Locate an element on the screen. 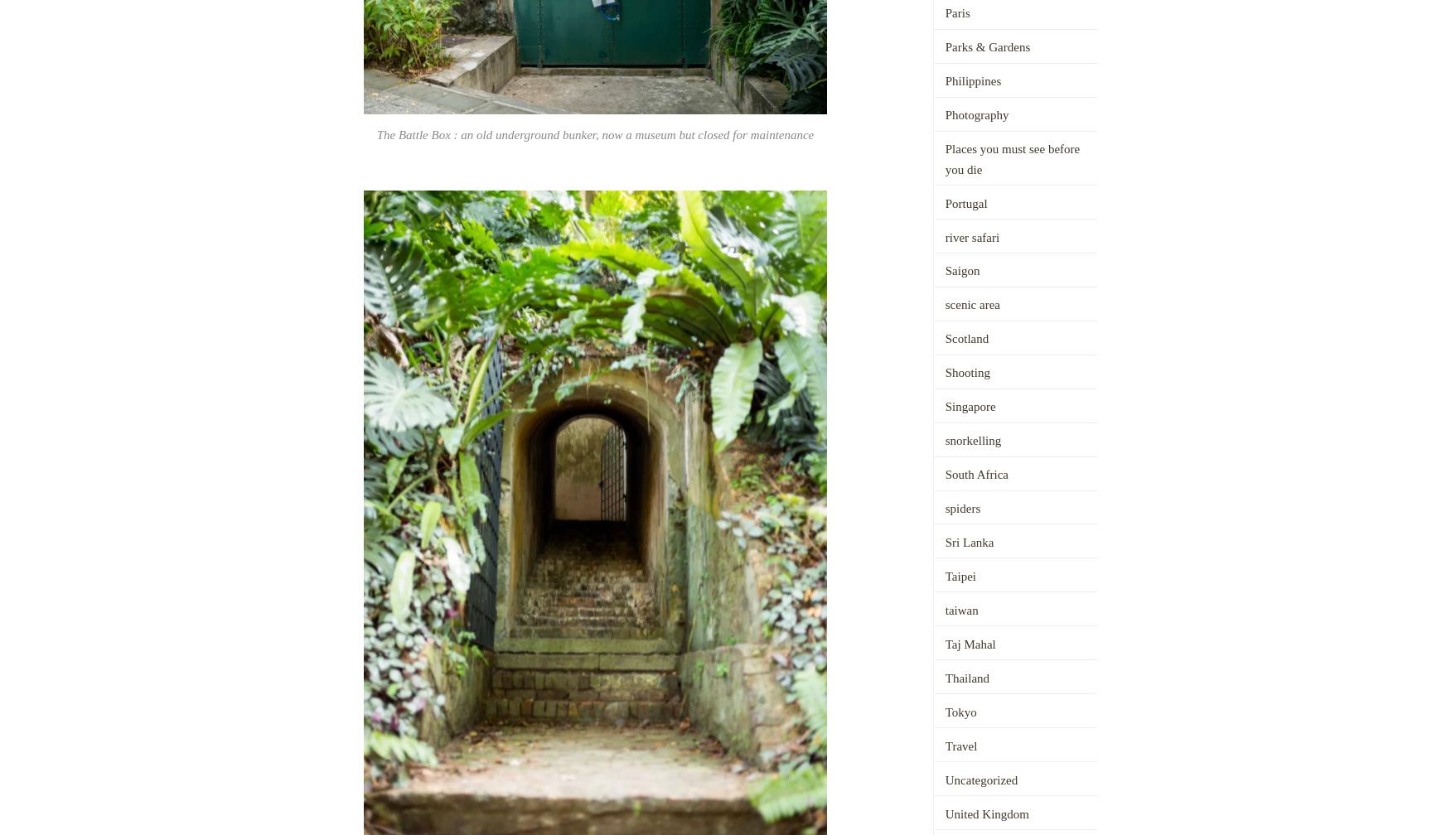 The height and width of the screenshot is (835, 1456). 'Portugal' is located at coordinates (965, 203).